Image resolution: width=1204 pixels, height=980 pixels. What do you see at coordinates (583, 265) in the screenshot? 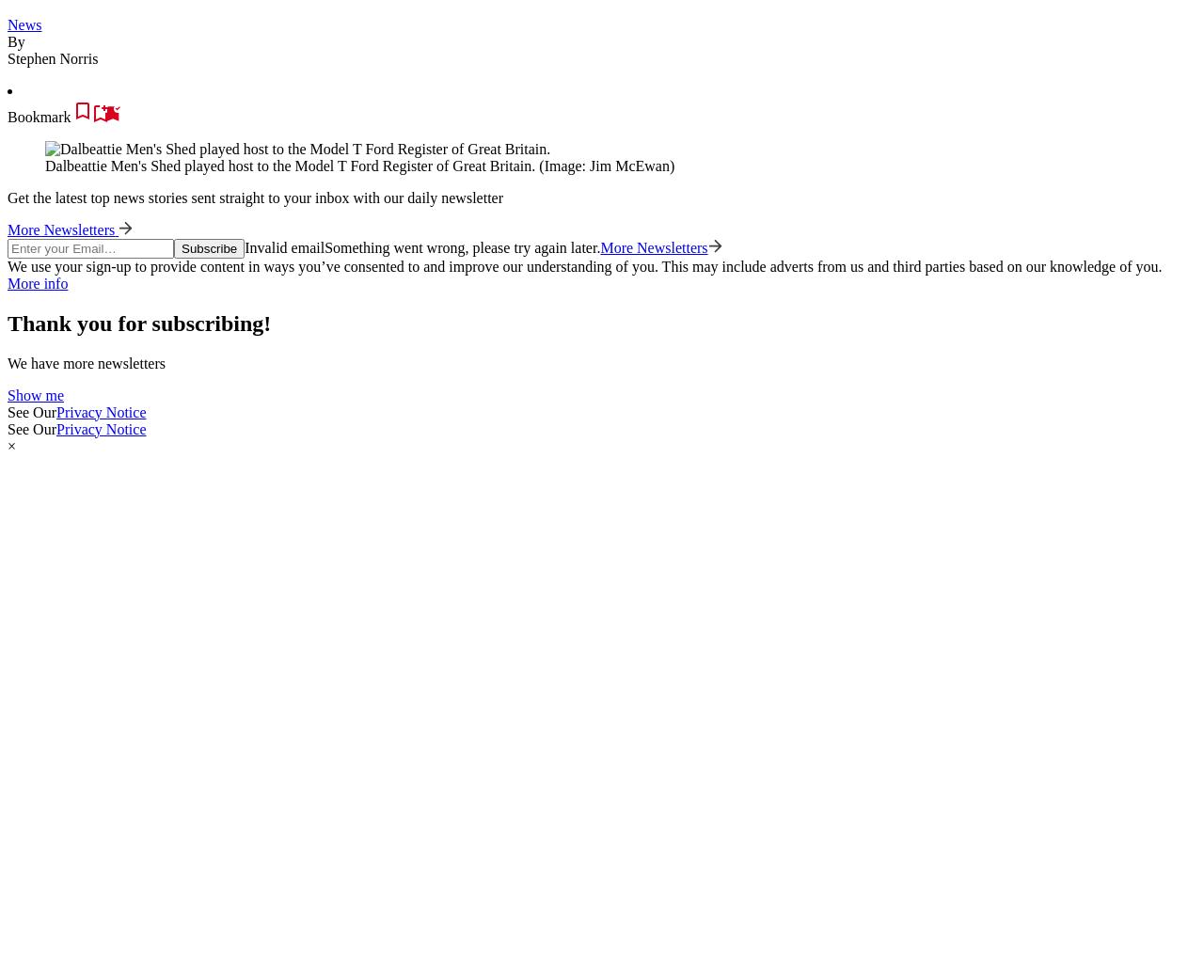
I see `'We use your sign-up to provide content in ways you’ve consented to and improve our understanding of you. This may include adverts from us and third parties based on our knowledge of you.'` at bounding box center [583, 265].